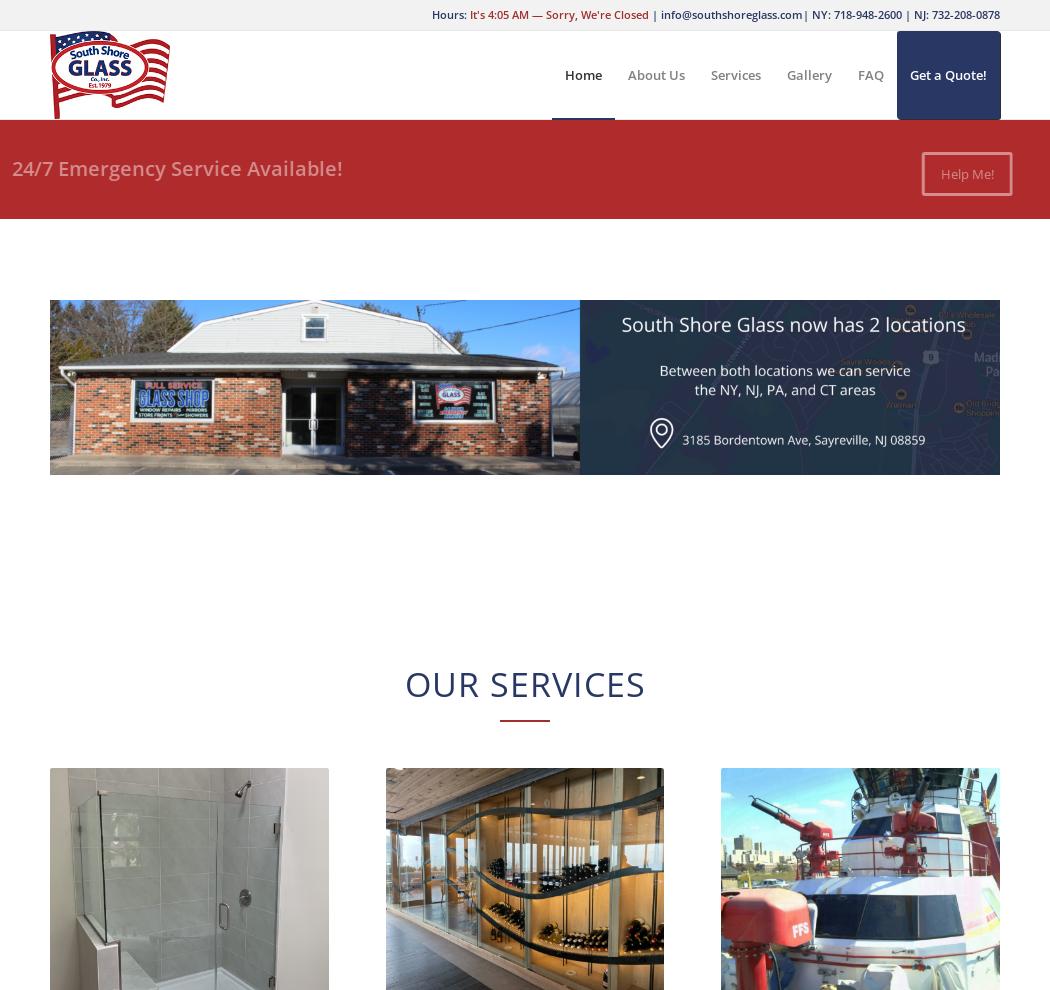 The image size is (1050, 990). What do you see at coordinates (857, 13) in the screenshot?
I see `'NY: 718-948-2600'` at bounding box center [857, 13].